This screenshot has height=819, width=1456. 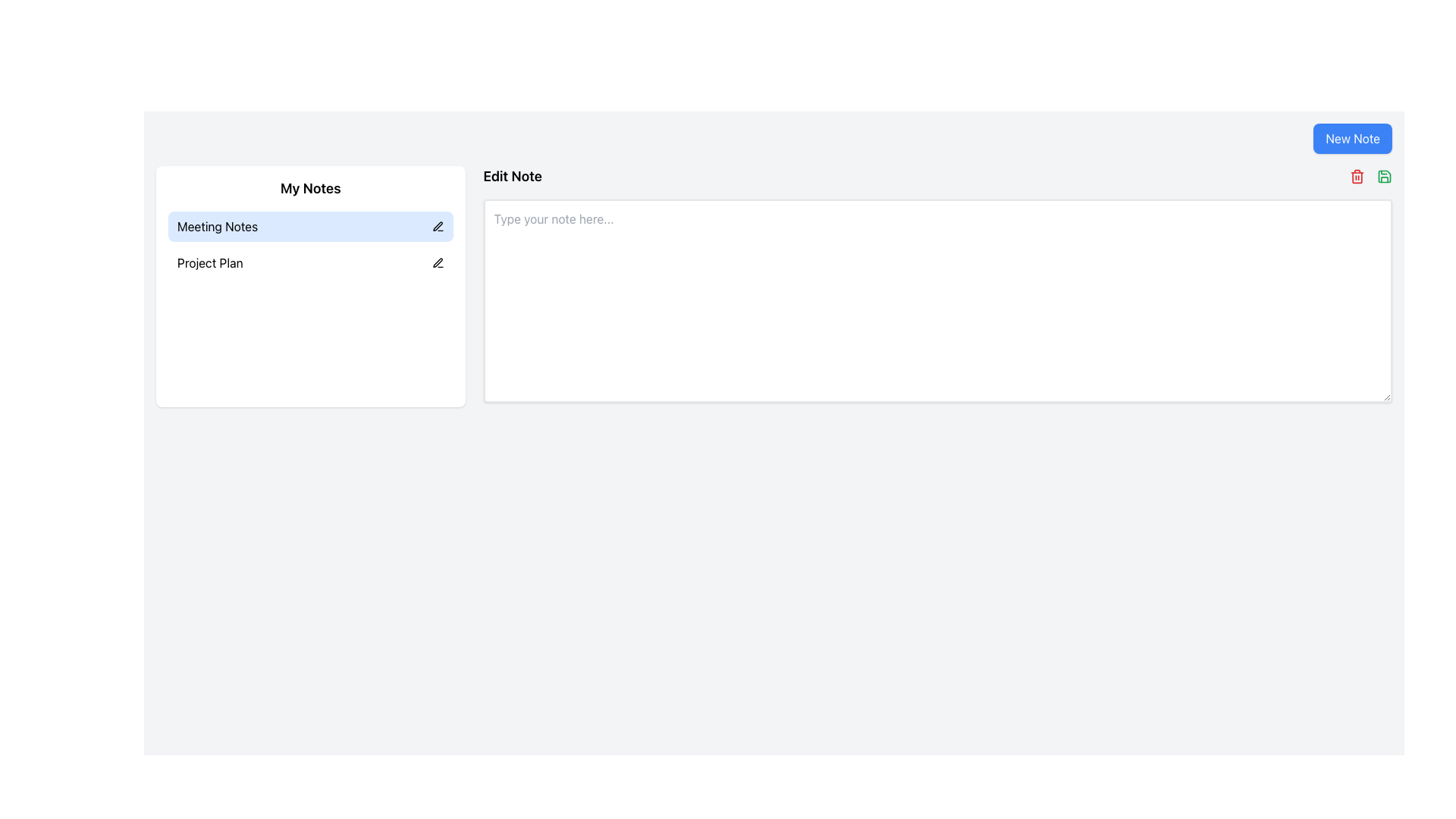 What do you see at coordinates (437, 262) in the screenshot?
I see `the pen-shaped icon located to the far-right side of the 'Project Plan' row in the 'My Notes' section to initiate an edit action` at bounding box center [437, 262].